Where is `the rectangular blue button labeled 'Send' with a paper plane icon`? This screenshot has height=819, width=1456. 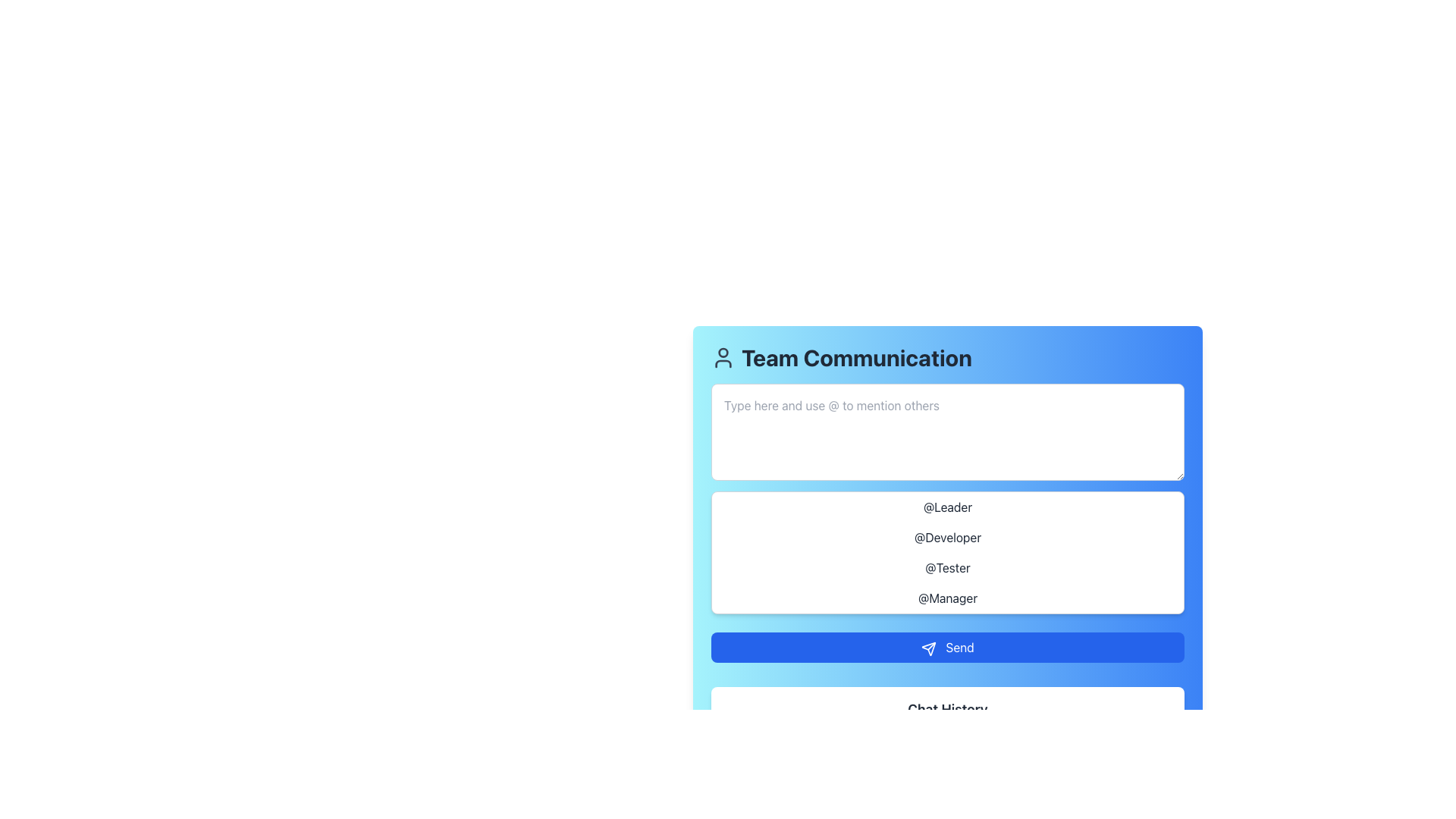
the rectangular blue button labeled 'Send' with a paper plane icon is located at coordinates (946, 647).